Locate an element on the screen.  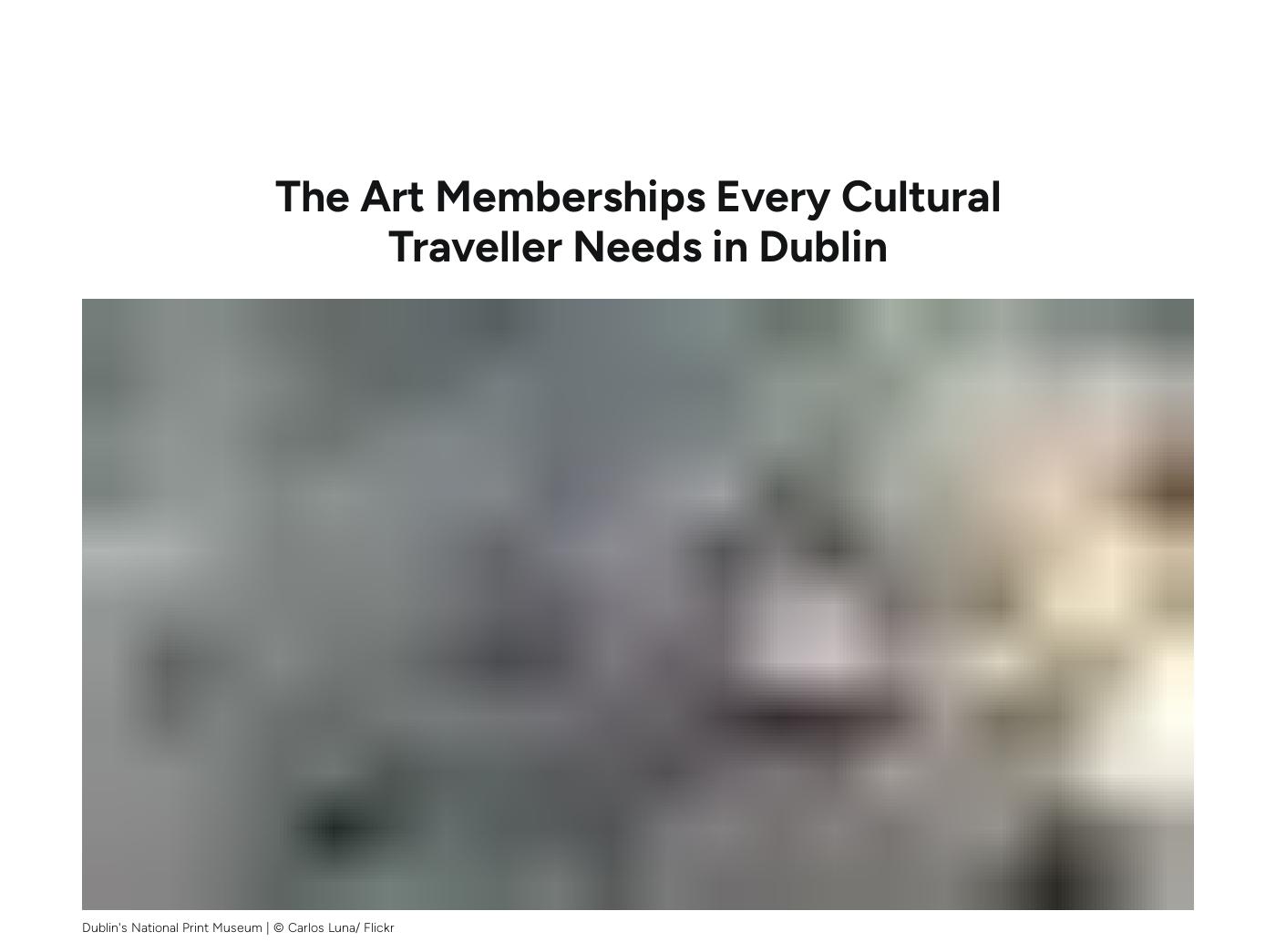
'meet our Local Insider' is located at coordinates (470, 336).